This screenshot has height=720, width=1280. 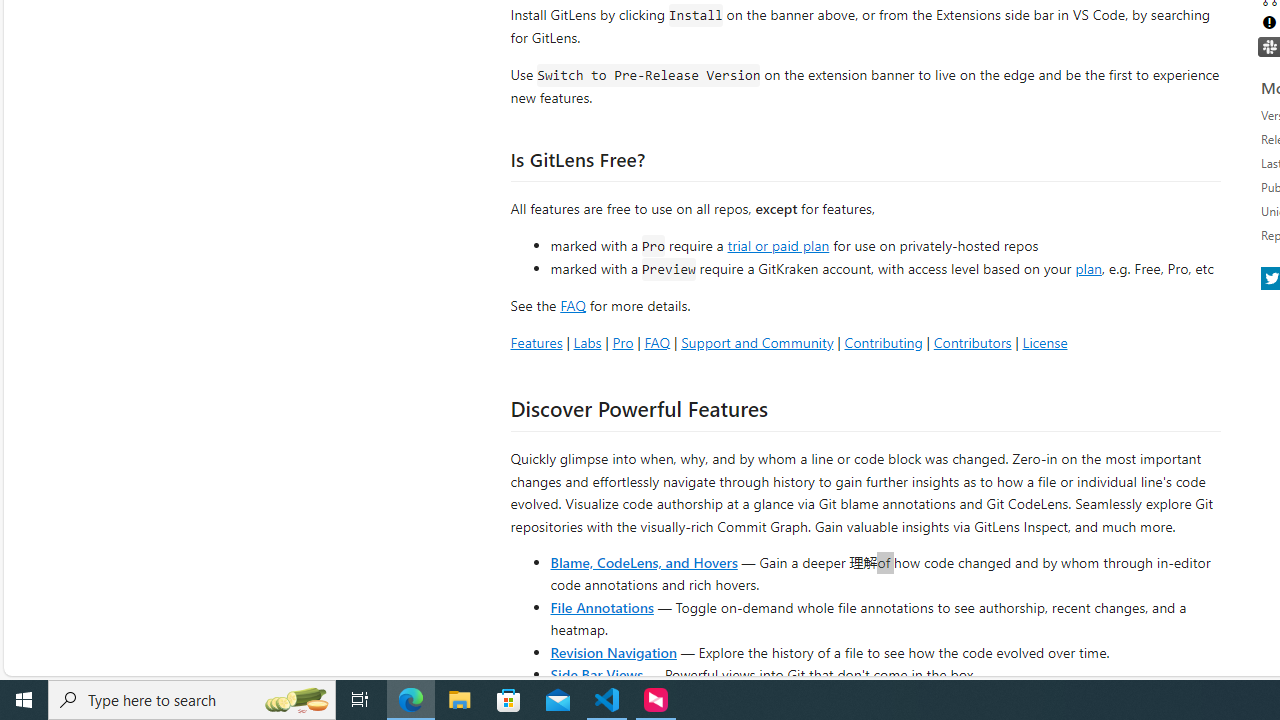 What do you see at coordinates (972, 341) in the screenshot?
I see `'Contributors'` at bounding box center [972, 341].